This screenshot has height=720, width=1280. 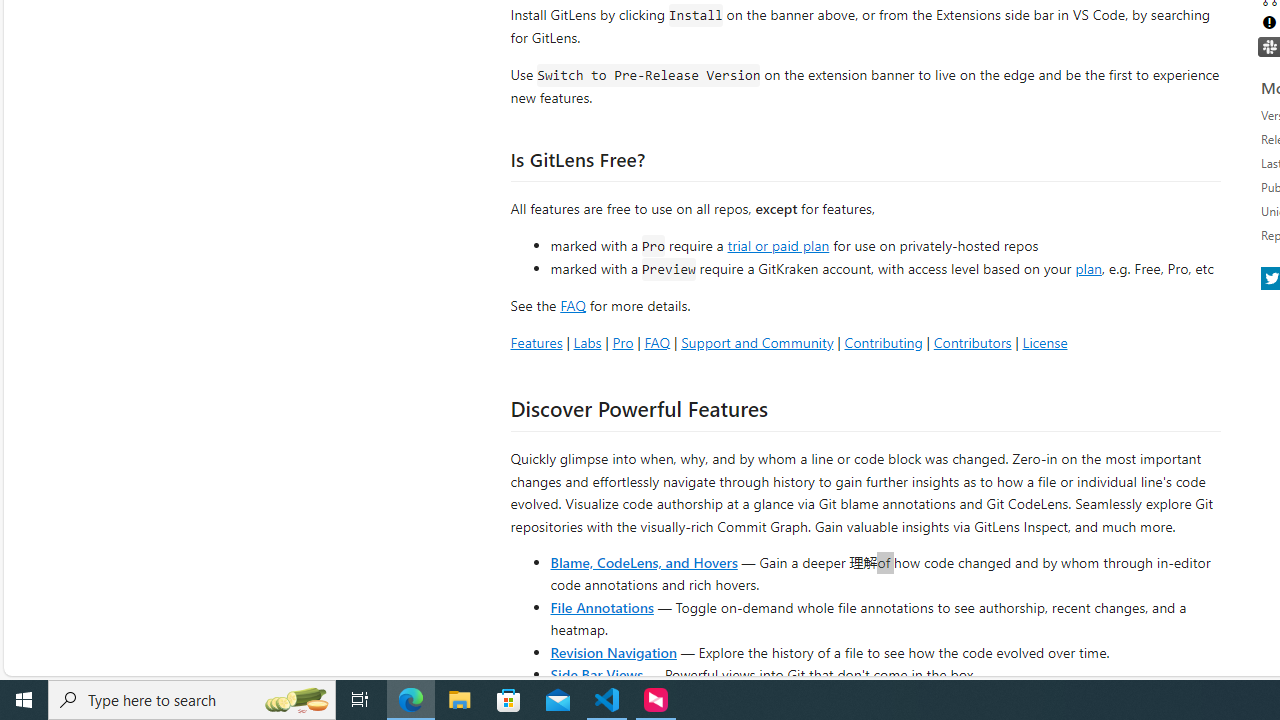 What do you see at coordinates (972, 341) in the screenshot?
I see `'Contributors'` at bounding box center [972, 341].